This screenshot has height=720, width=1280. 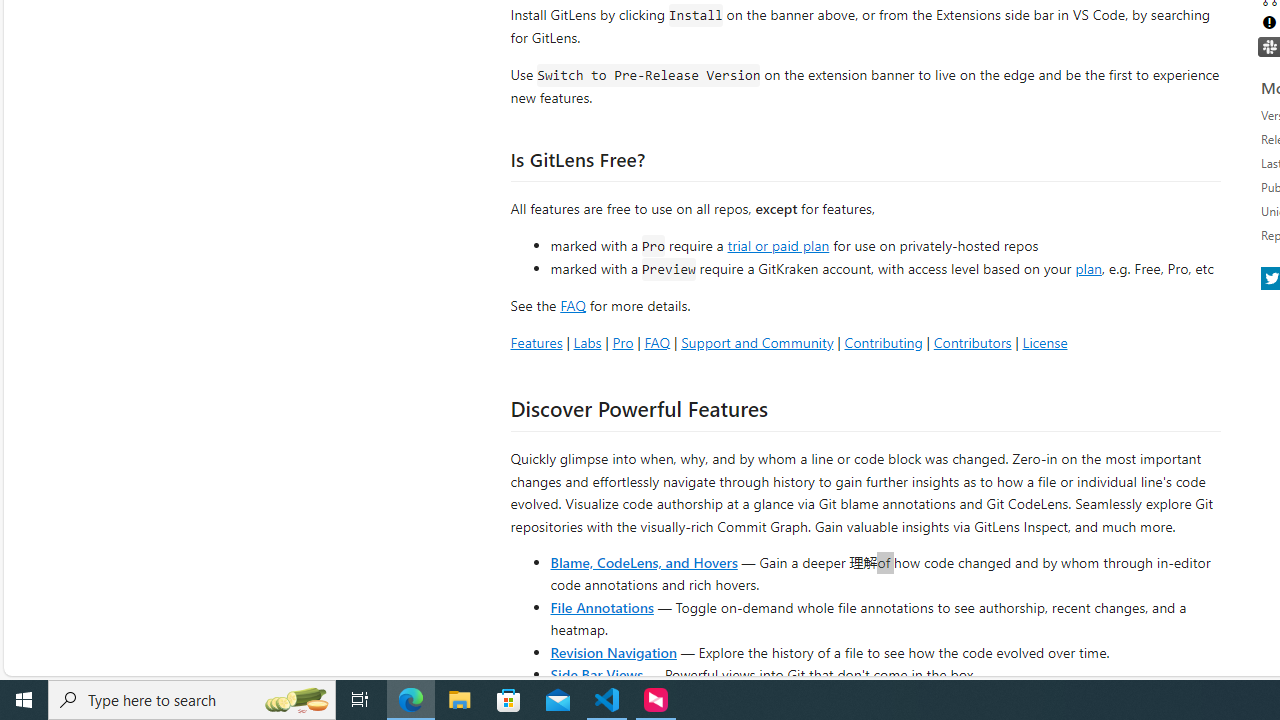 What do you see at coordinates (972, 341) in the screenshot?
I see `'Contributors'` at bounding box center [972, 341].